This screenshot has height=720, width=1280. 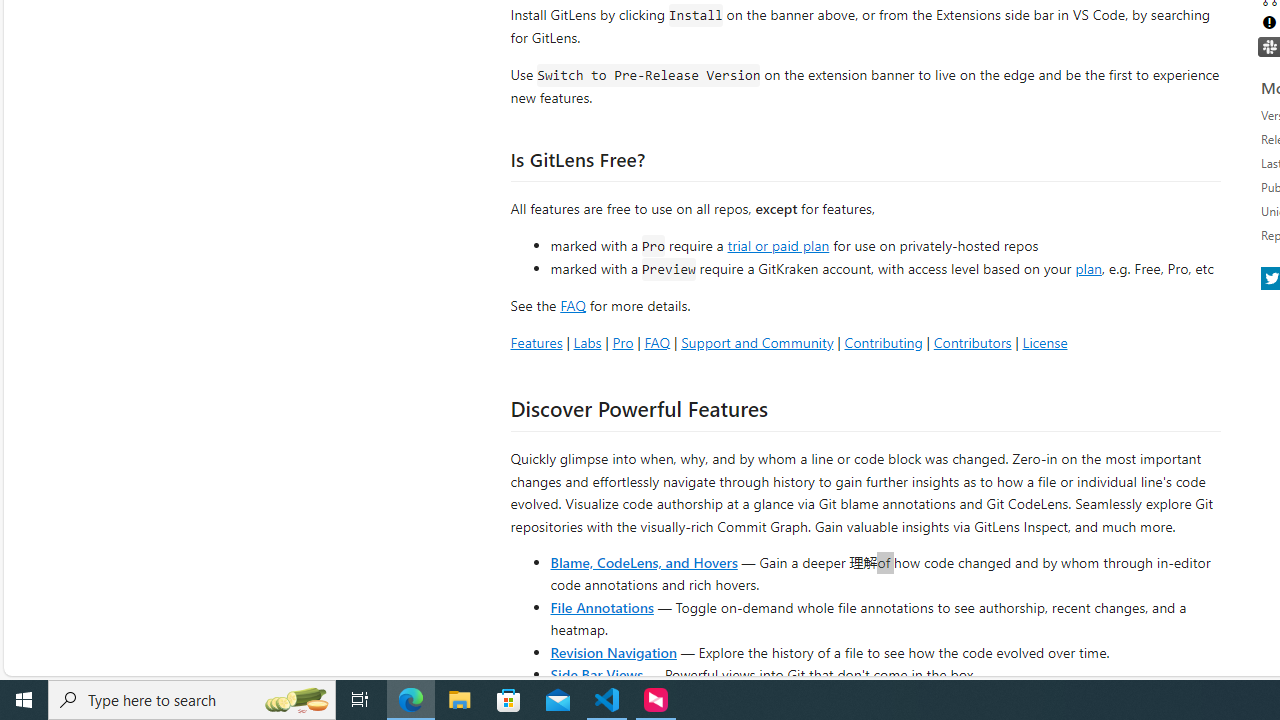 What do you see at coordinates (972, 341) in the screenshot?
I see `'Contributors'` at bounding box center [972, 341].